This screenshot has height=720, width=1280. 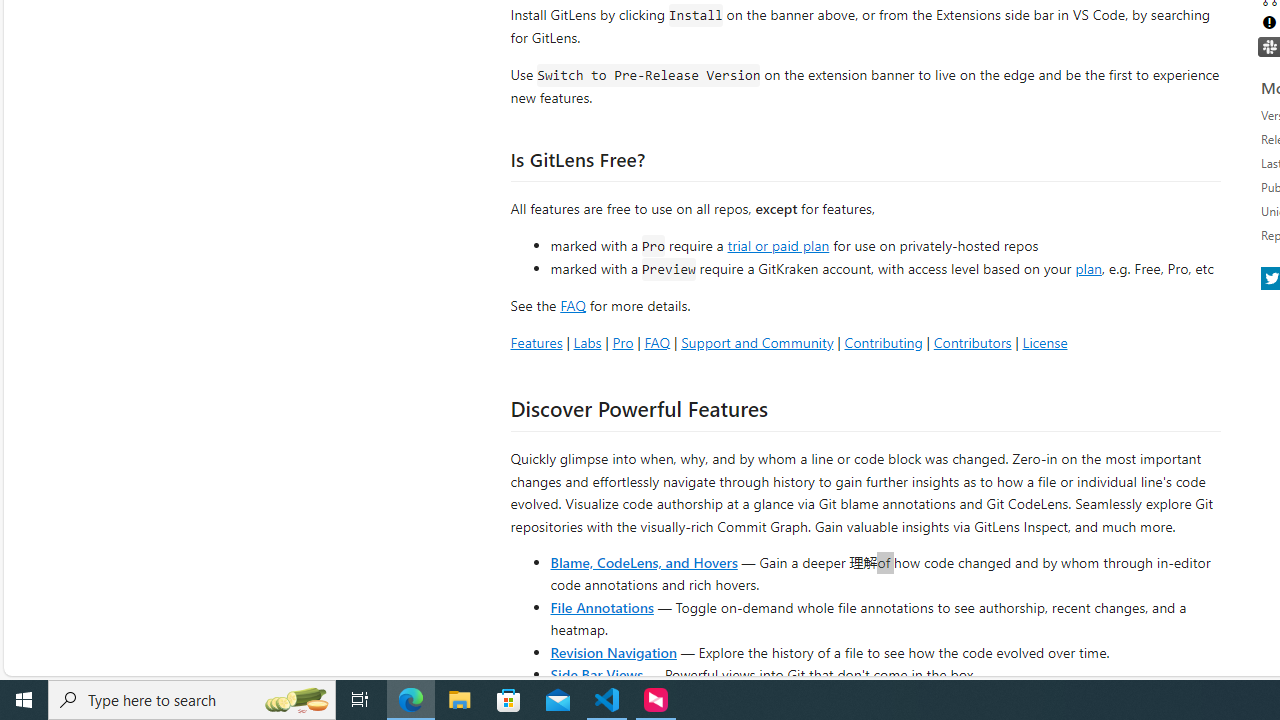 What do you see at coordinates (972, 341) in the screenshot?
I see `'Contributors'` at bounding box center [972, 341].